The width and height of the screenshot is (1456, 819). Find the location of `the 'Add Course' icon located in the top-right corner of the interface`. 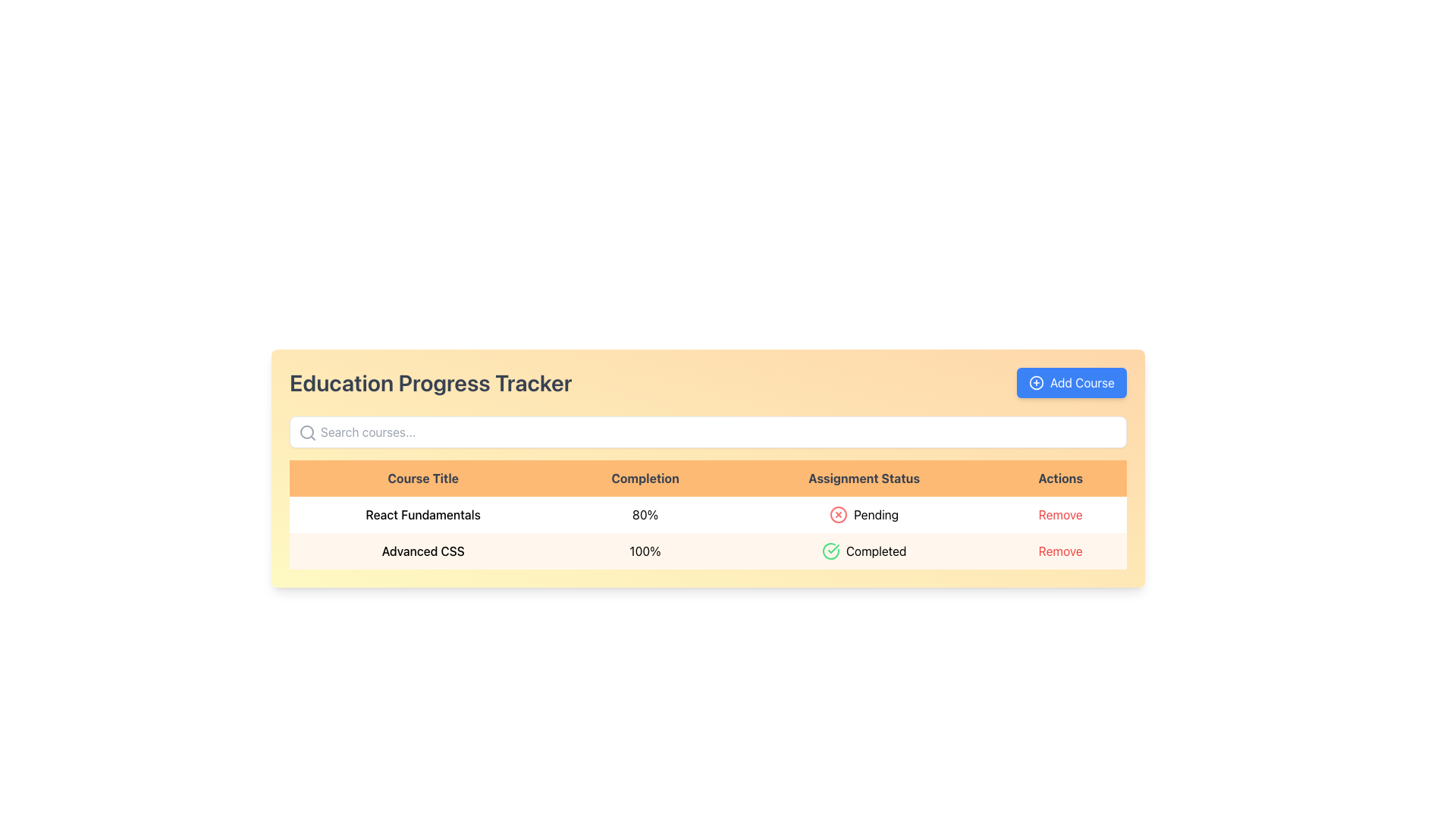

the 'Add Course' icon located in the top-right corner of the interface is located at coordinates (1036, 382).